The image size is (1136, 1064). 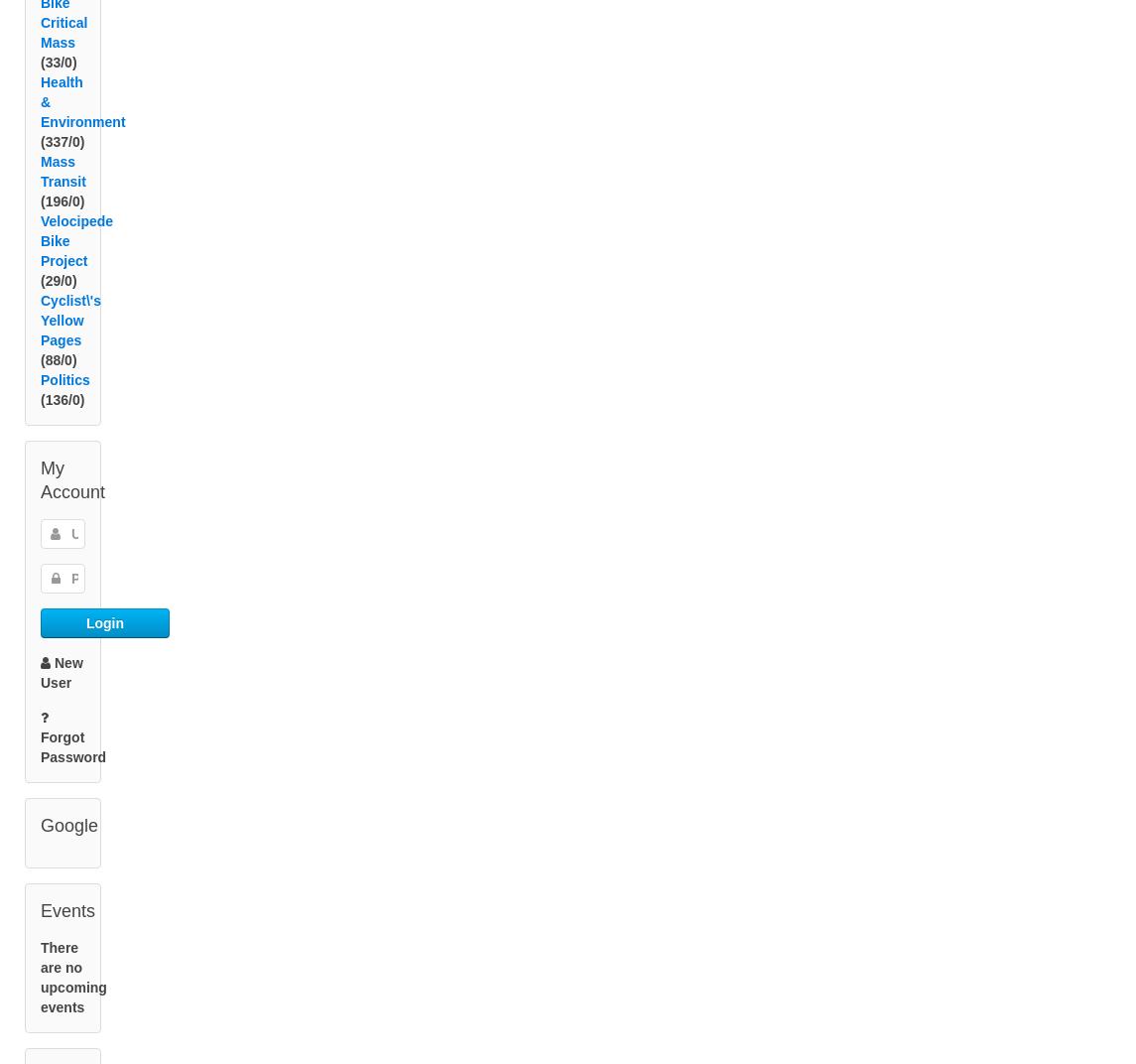 What do you see at coordinates (63, 45) in the screenshot?
I see `'Bike Critical Mass'` at bounding box center [63, 45].